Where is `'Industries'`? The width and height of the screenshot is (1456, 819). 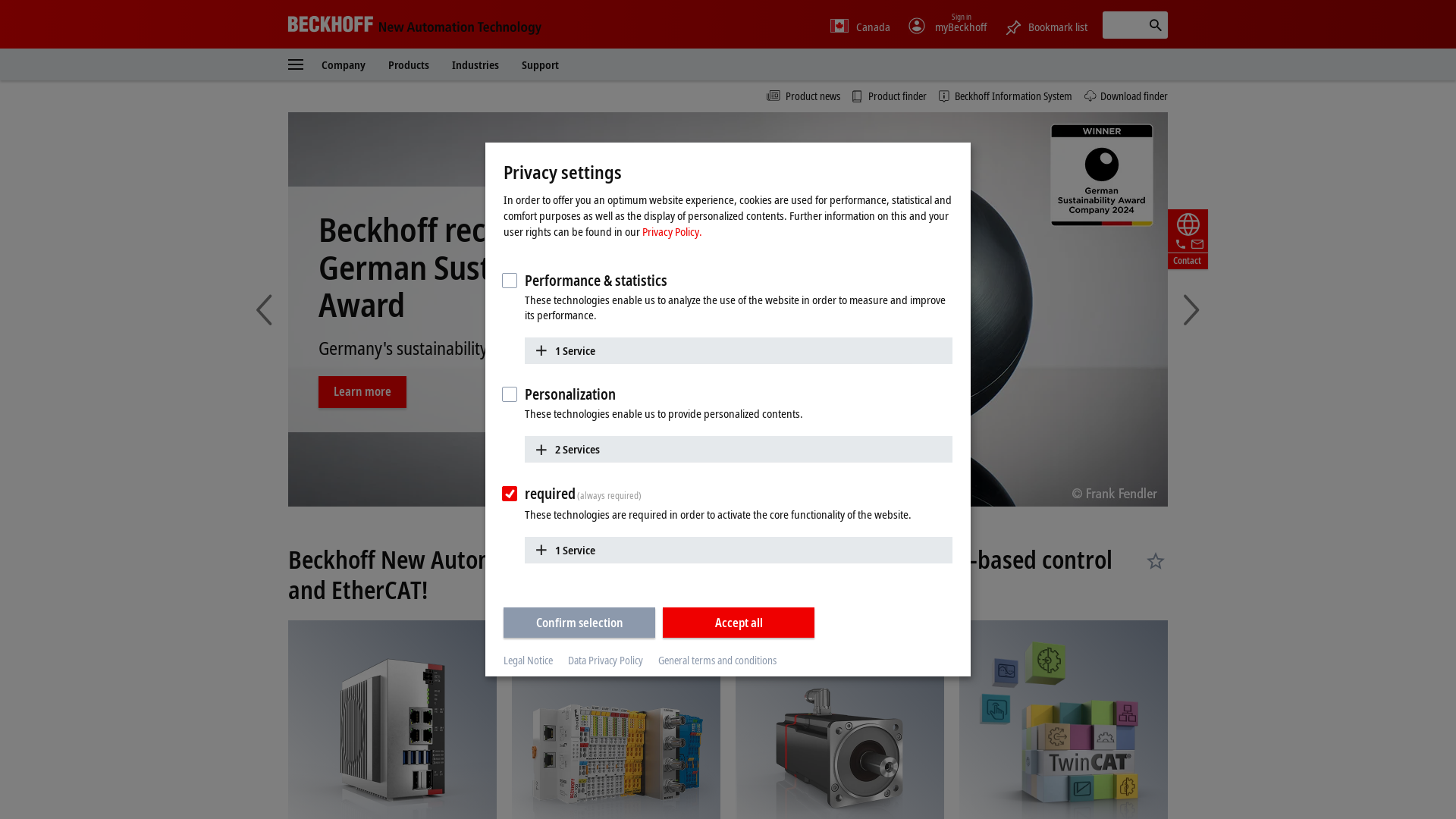
'Industries' is located at coordinates (475, 63).